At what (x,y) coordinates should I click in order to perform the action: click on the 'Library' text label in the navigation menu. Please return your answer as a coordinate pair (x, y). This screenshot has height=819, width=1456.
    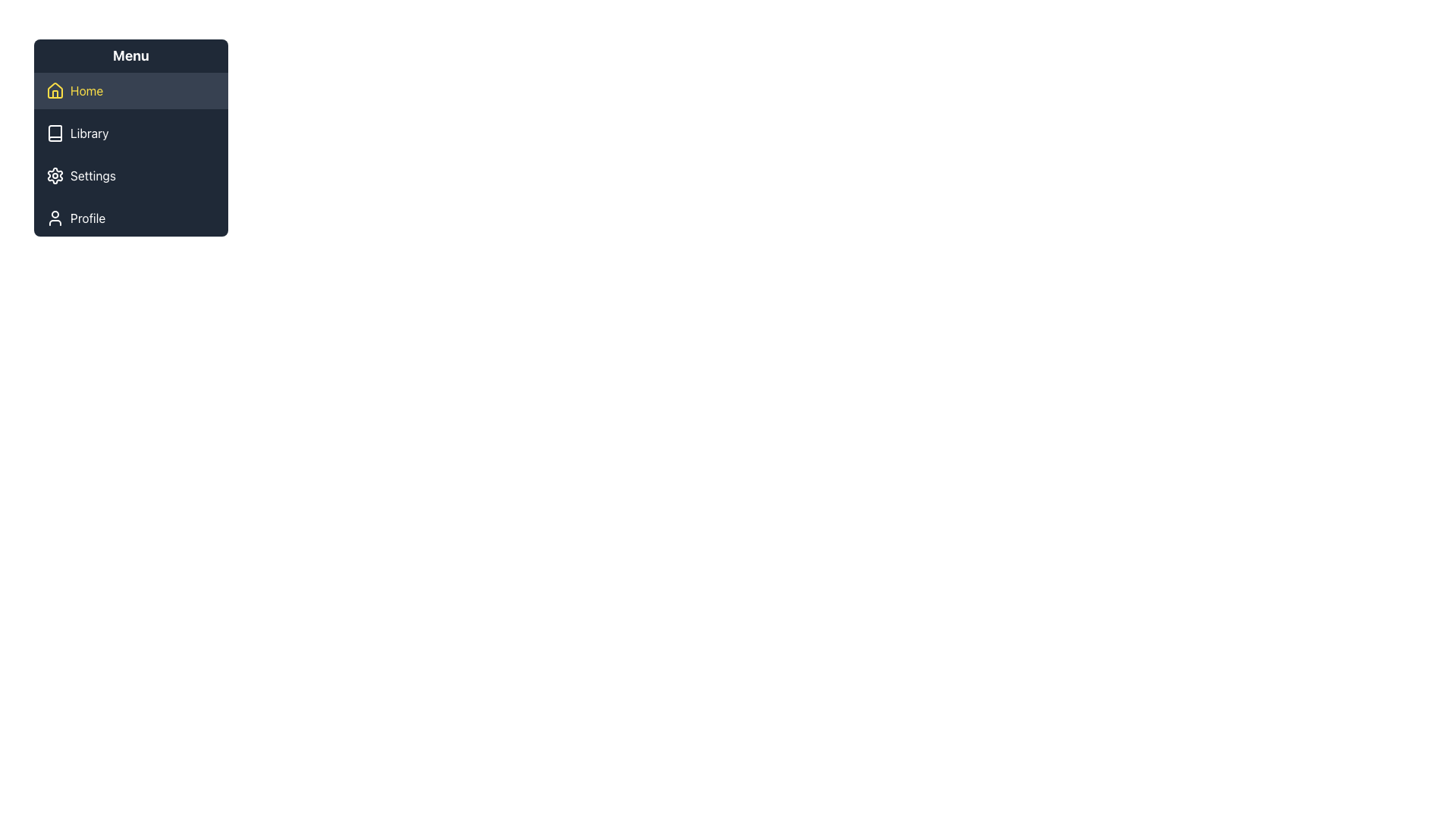
    Looking at the image, I should click on (89, 133).